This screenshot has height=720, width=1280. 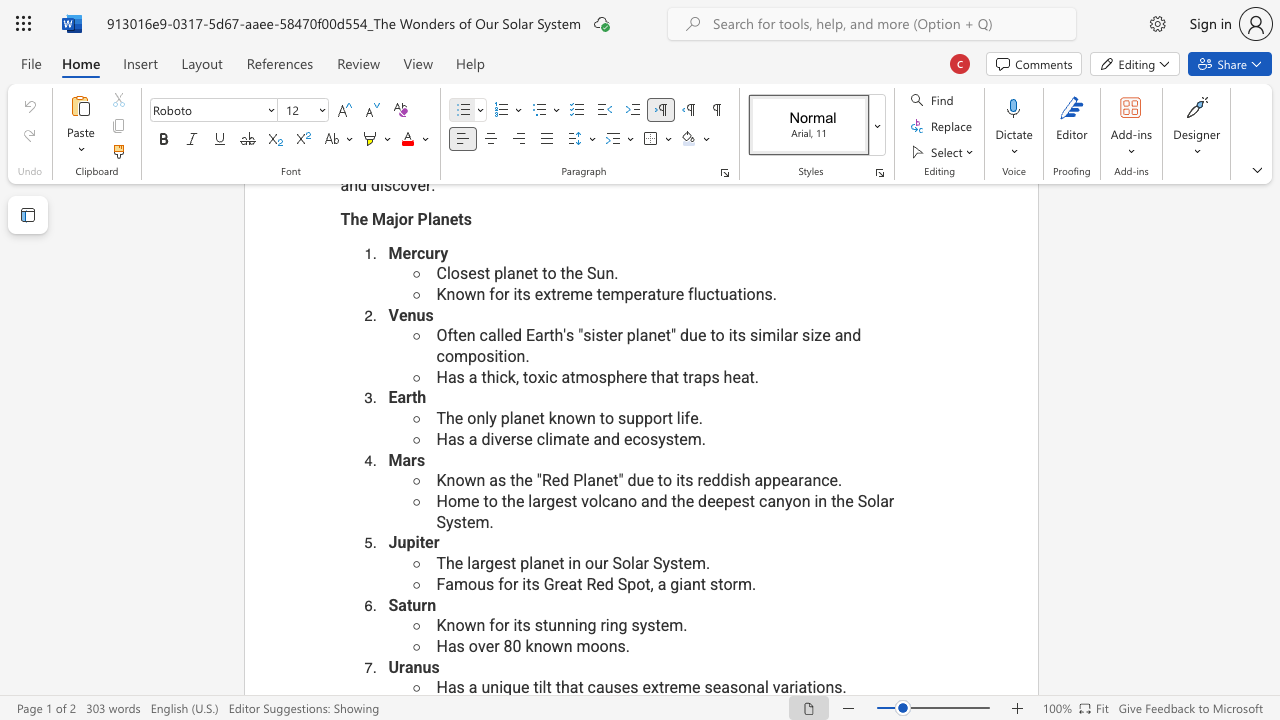 I want to click on the space between the continuous character "d" and "i" in the text, so click(x=489, y=438).